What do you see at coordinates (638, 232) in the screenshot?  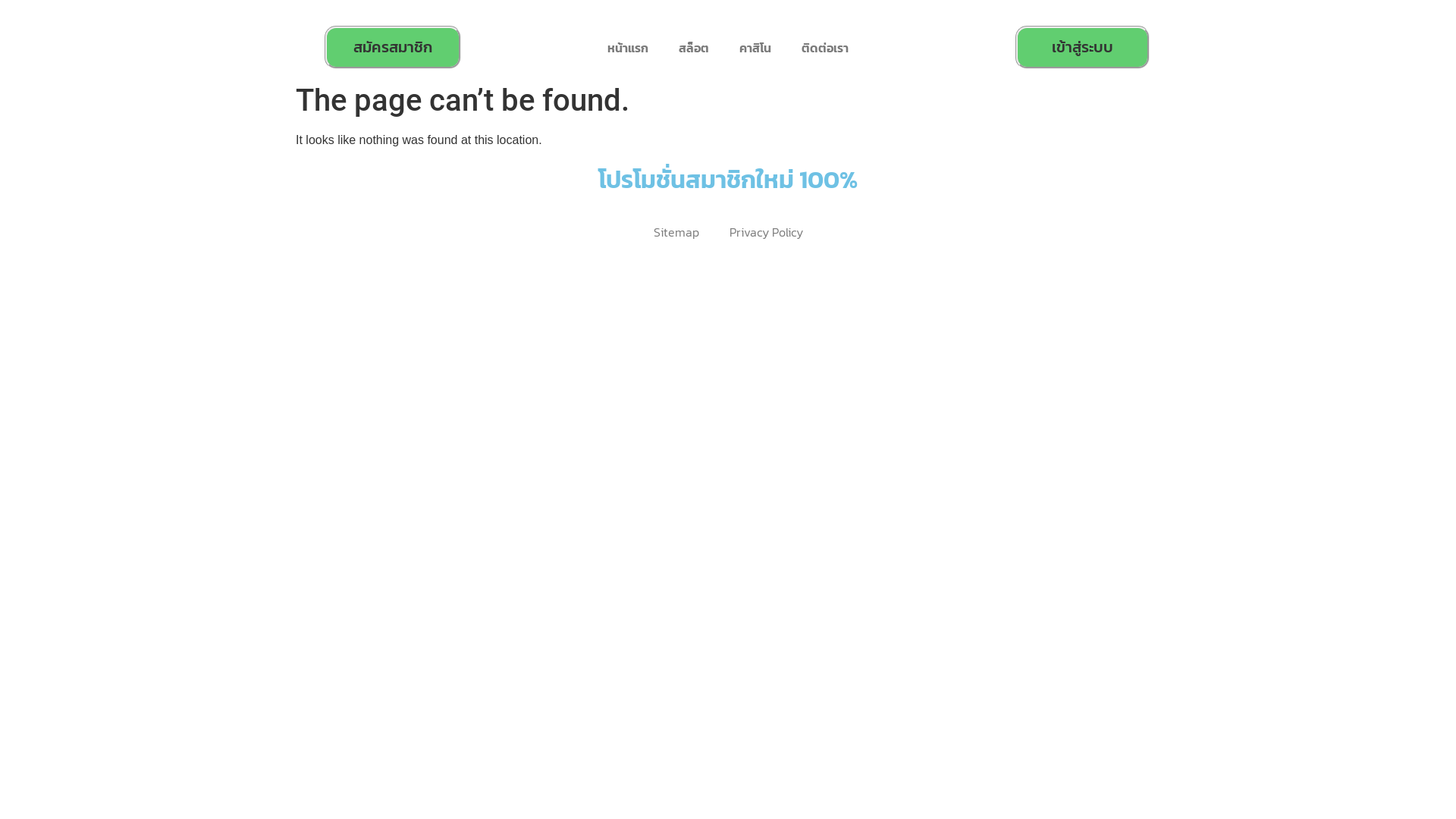 I see `'Sitemap'` at bounding box center [638, 232].